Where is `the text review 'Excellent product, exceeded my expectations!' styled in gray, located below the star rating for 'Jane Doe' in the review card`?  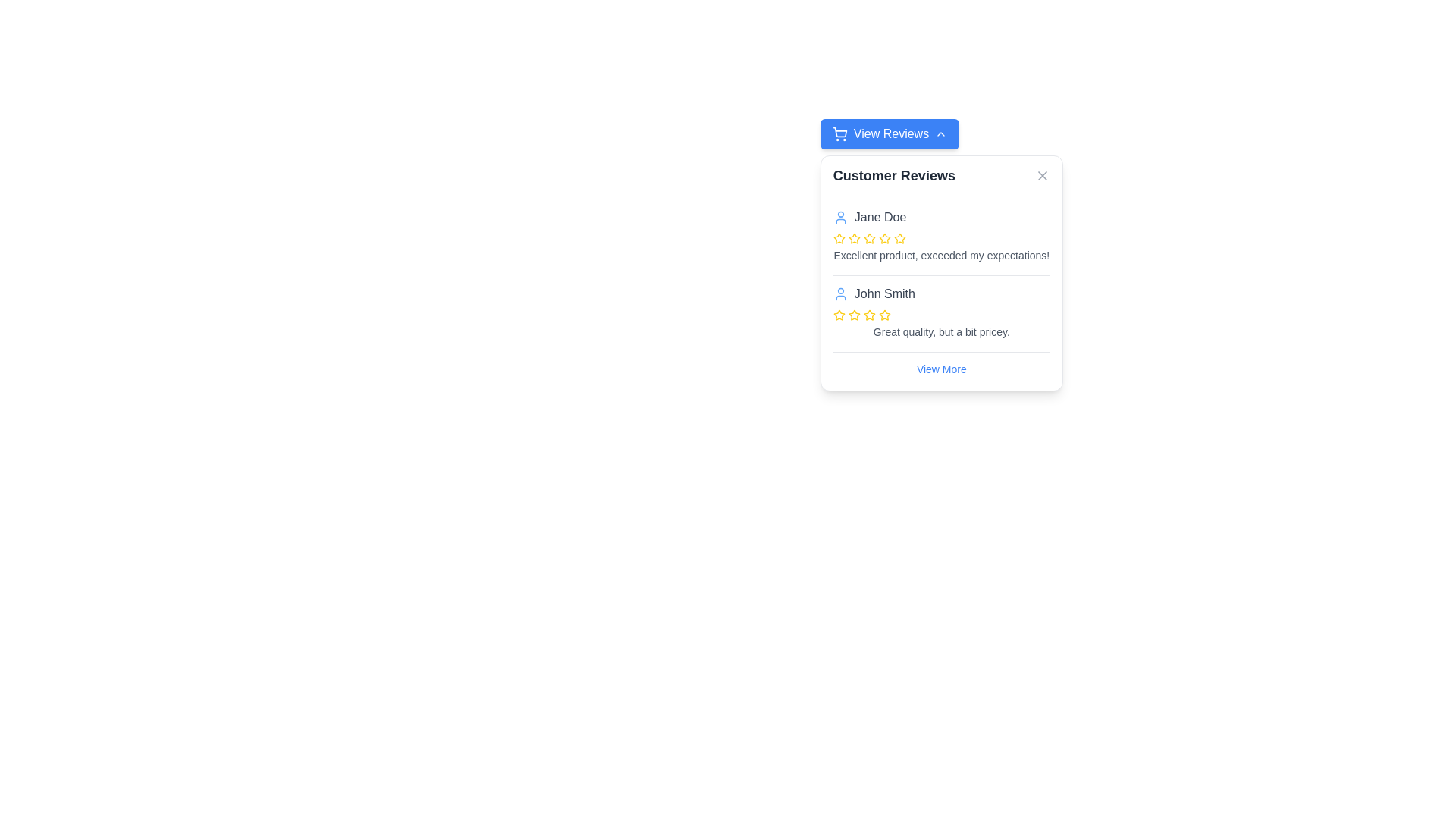
the text review 'Excellent product, exceeded my expectations!' styled in gray, located below the star rating for 'Jane Doe' in the review card is located at coordinates (940, 254).